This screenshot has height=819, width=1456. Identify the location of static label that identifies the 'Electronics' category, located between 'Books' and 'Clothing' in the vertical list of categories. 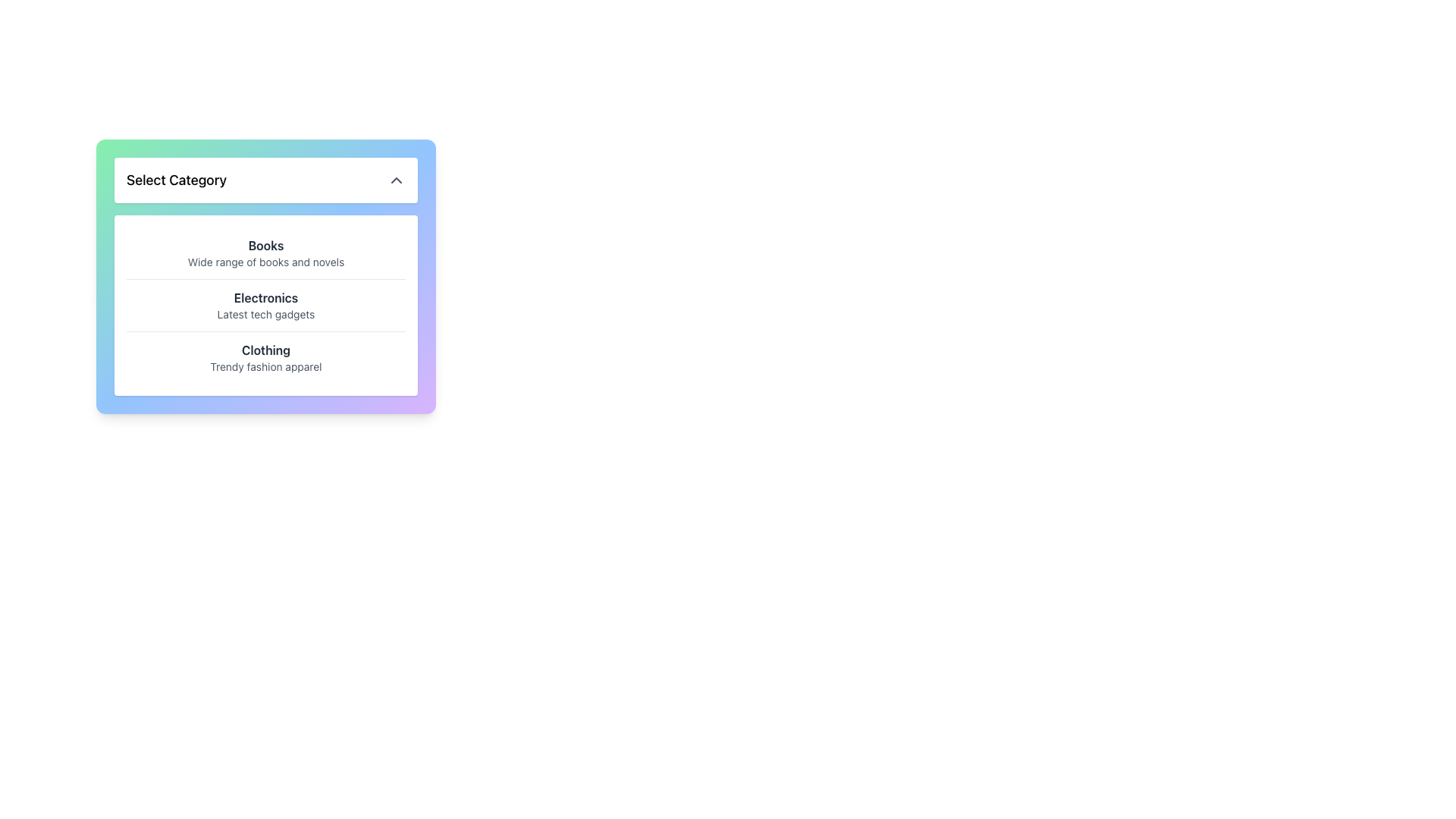
(265, 298).